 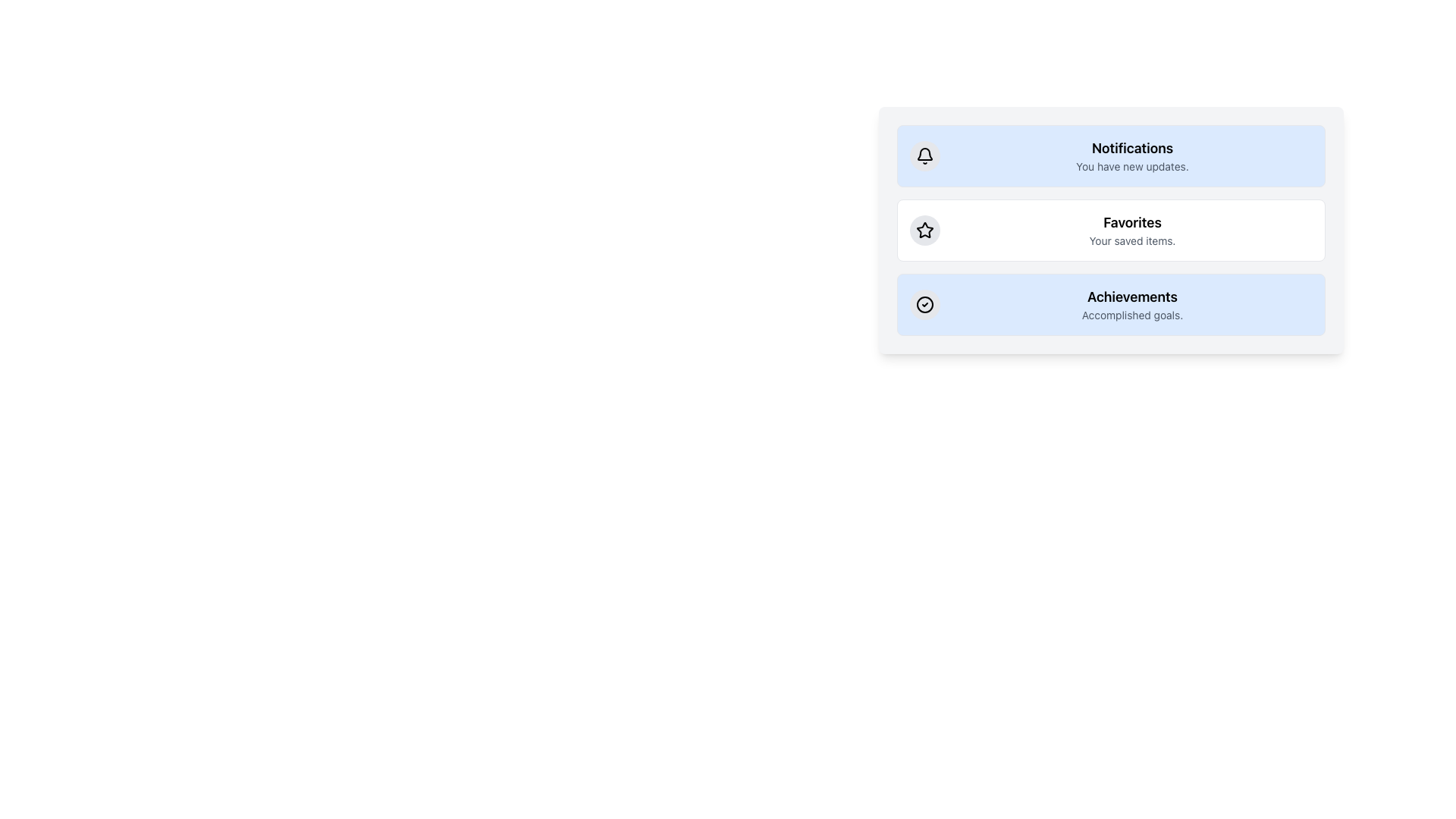 I want to click on the 'Favorites' section label, which identifies the purpose of this part of the user interface, positioned above 'Your saved items.' and below a star icon, so click(x=1132, y=222).